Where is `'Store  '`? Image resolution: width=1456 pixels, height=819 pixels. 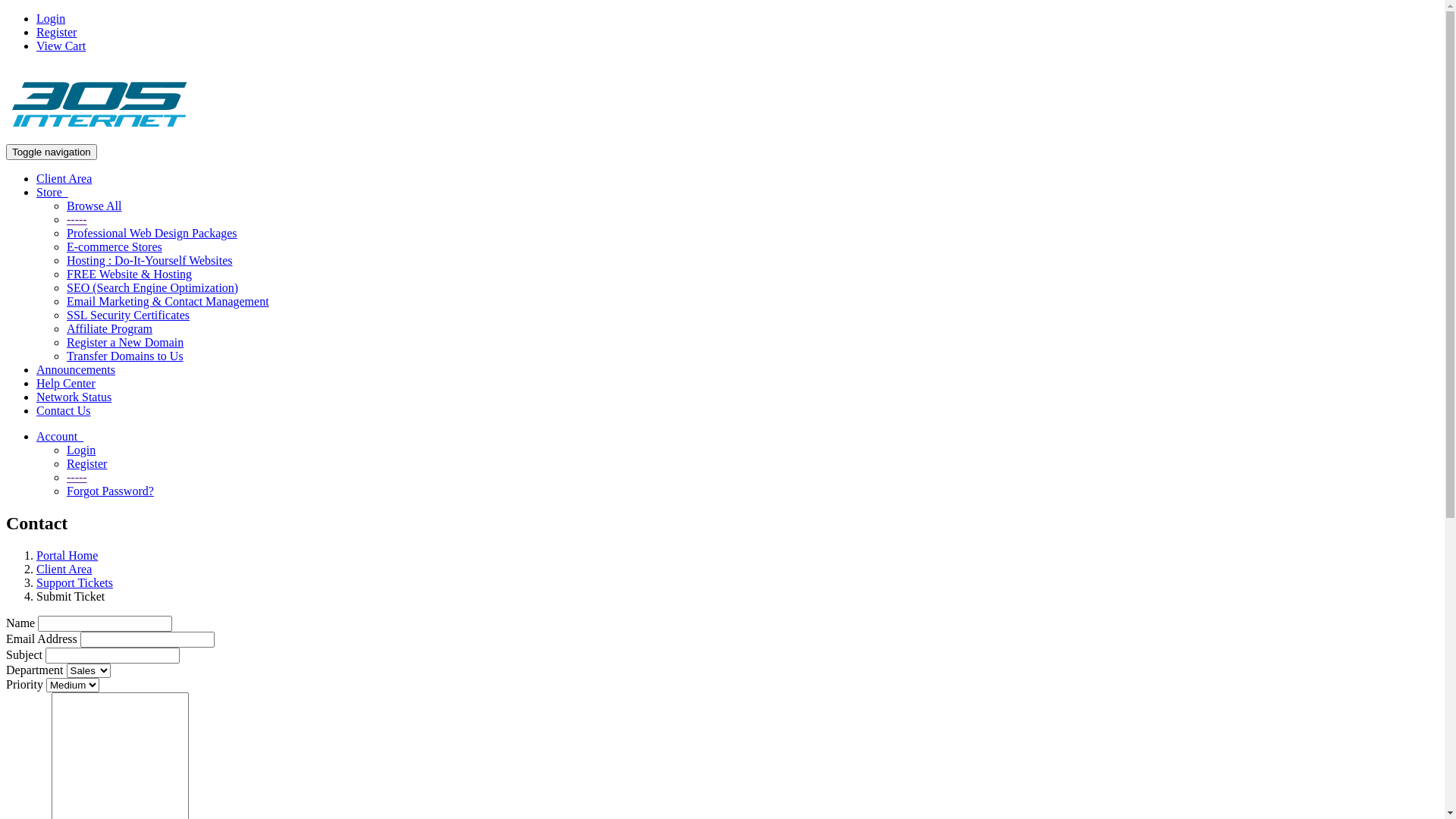
'Store  ' is located at coordinates (52, 191).